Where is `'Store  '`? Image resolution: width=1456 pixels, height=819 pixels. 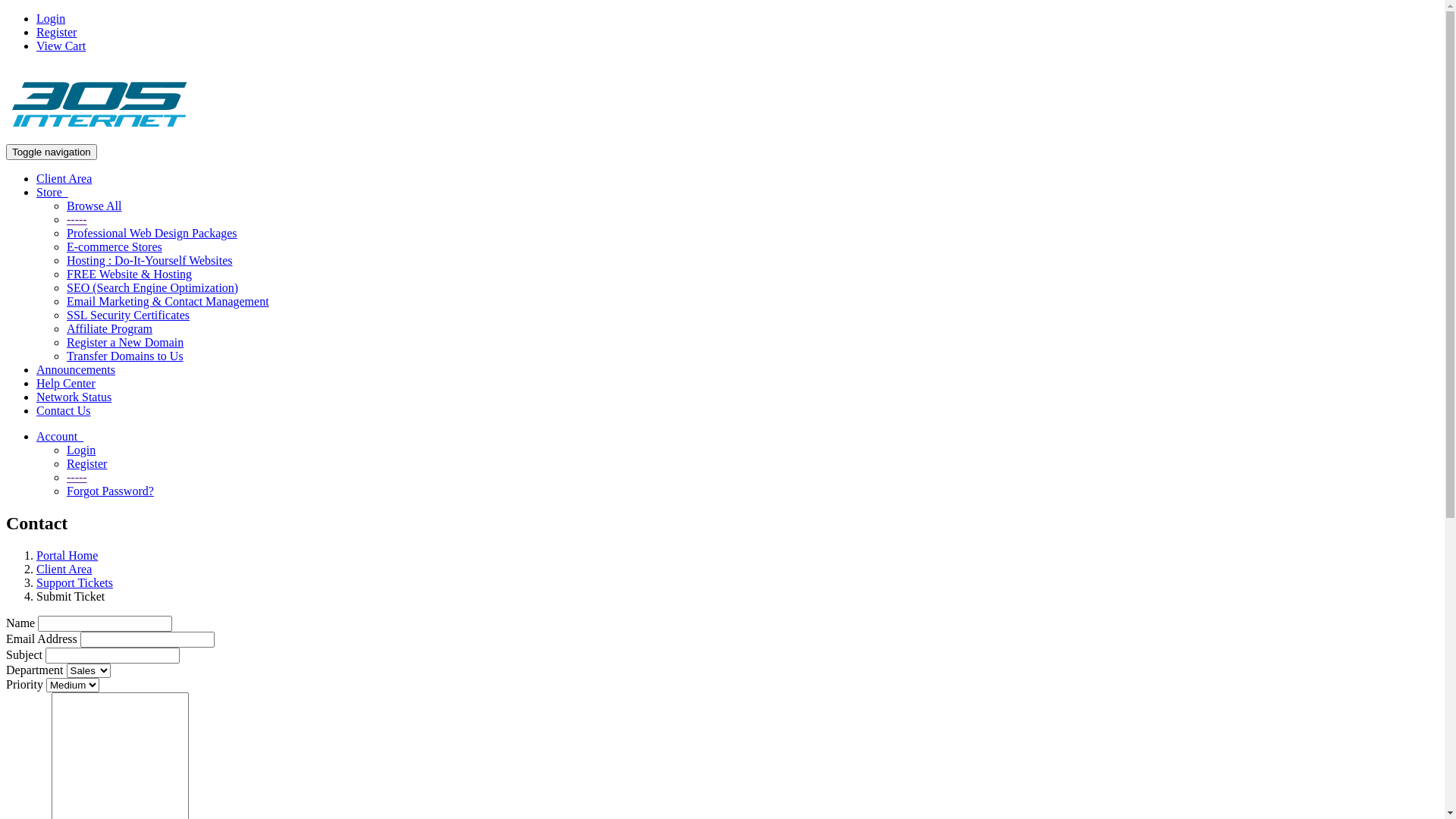
'Store  ' is located at coordinates (52, 191).